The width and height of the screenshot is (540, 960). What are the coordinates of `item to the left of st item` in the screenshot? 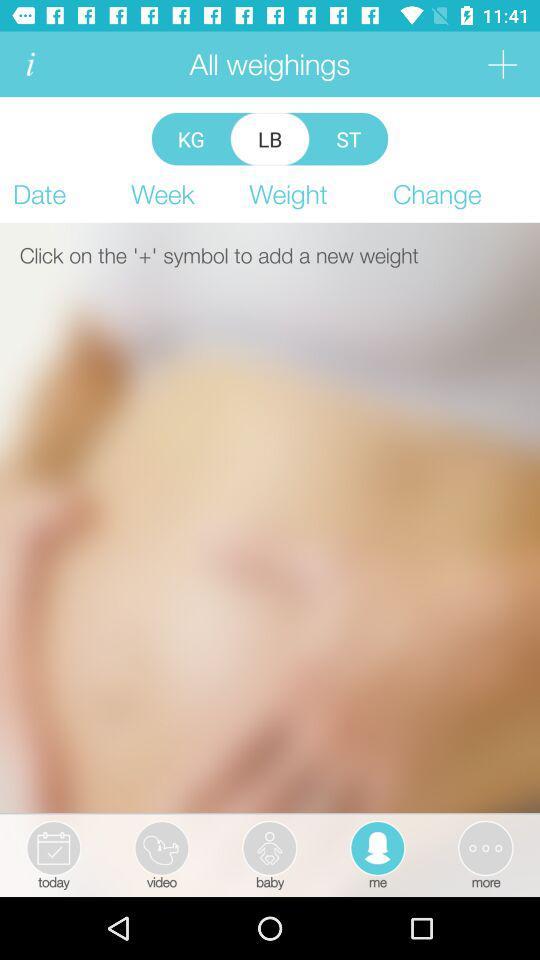 It's located at (270, 138).